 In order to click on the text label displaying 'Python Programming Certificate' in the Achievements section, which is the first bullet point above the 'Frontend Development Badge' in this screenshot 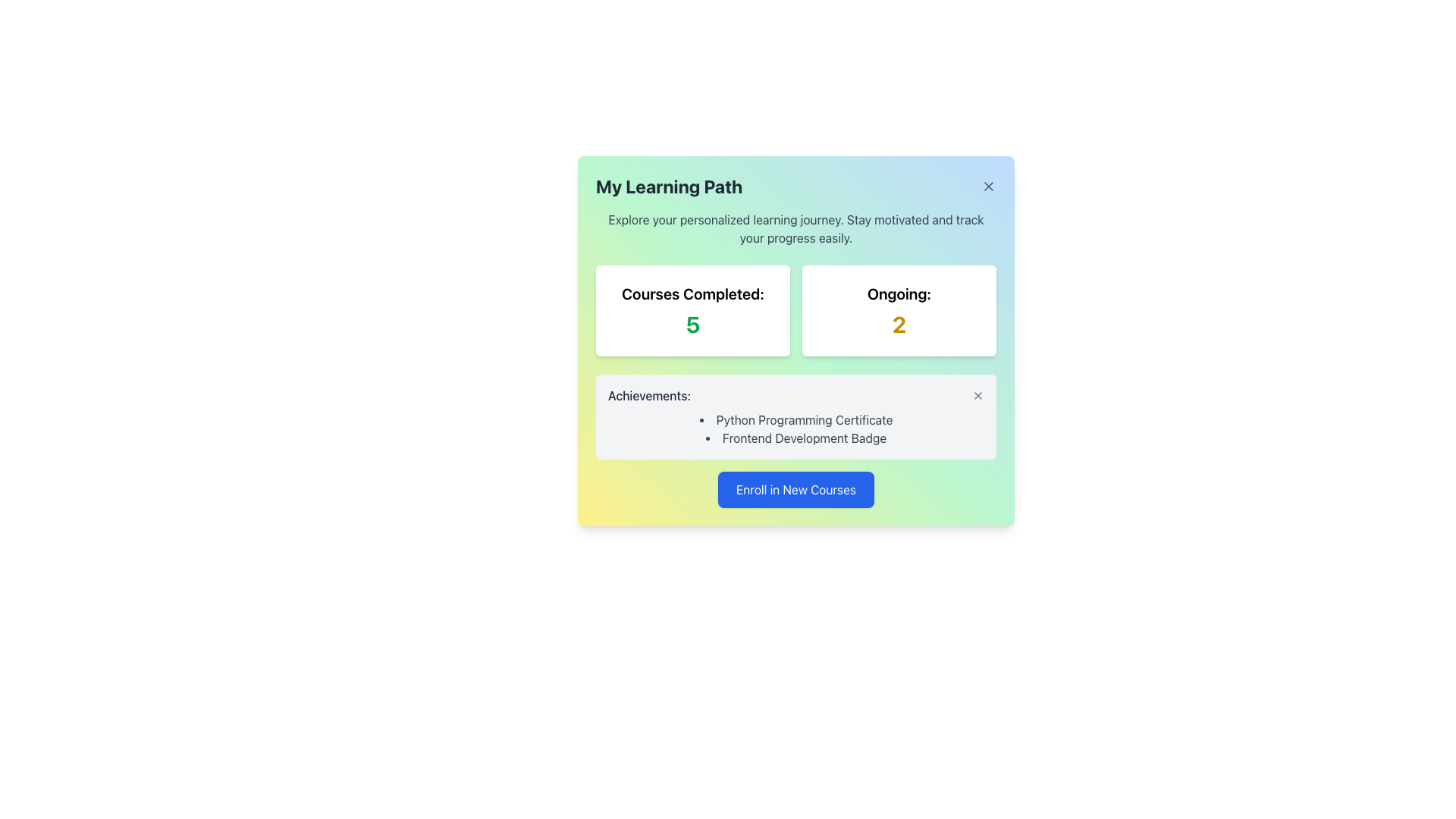, I will do `click(795, 420)`.